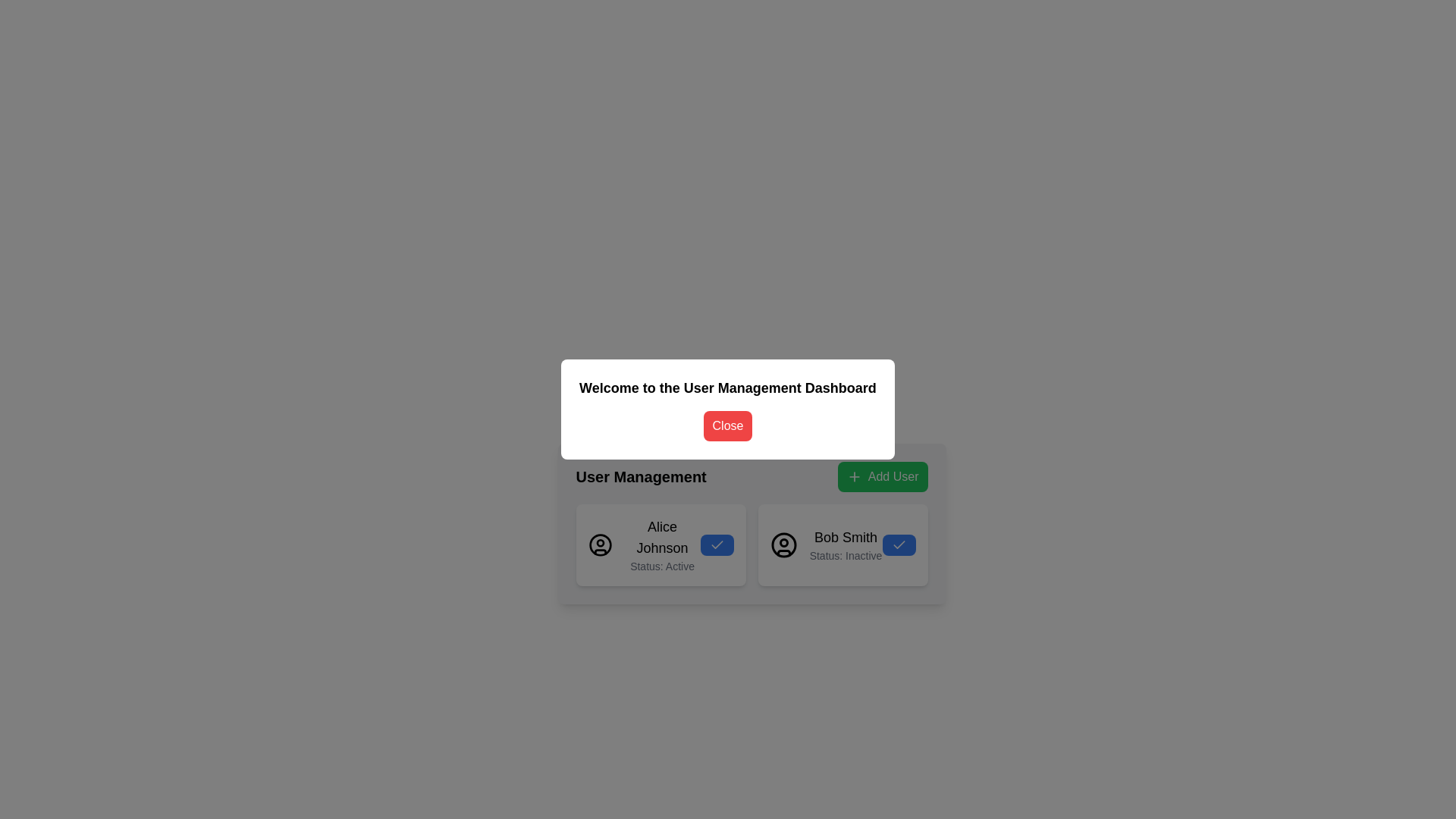 Image resolution: width=1456 pixels, height=819 pixels. What do you see at coordinates (728, 426) in the screenshot?
I see `the close button located below the header 'Welcome to the User Management Dashboard' in the modal dialog for keyboard navigation` at bounding box center [728, 426].